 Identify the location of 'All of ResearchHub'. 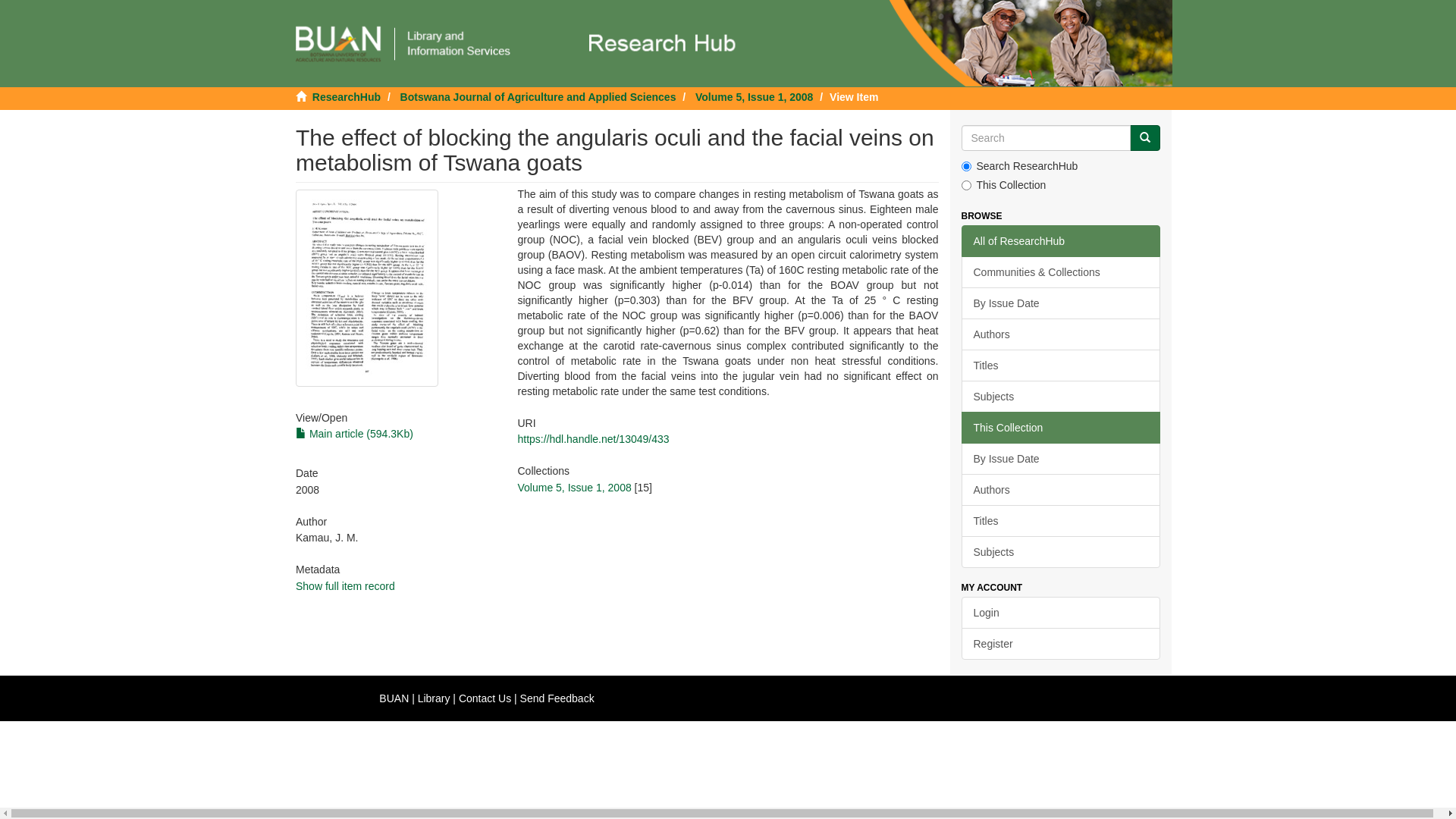
(1060, 240).